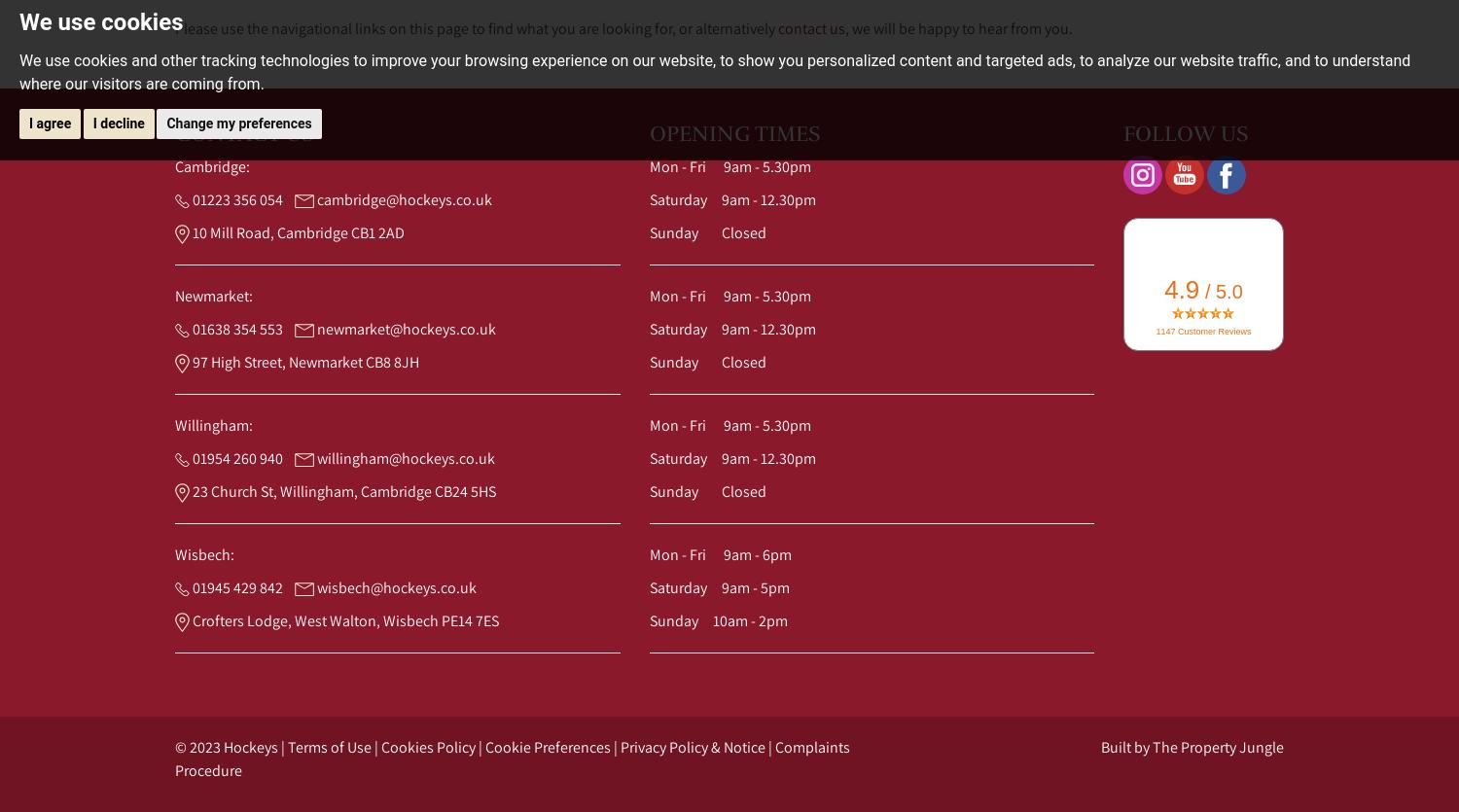  I want to click on '© 2023 Hockeys |', so click(231, 746).